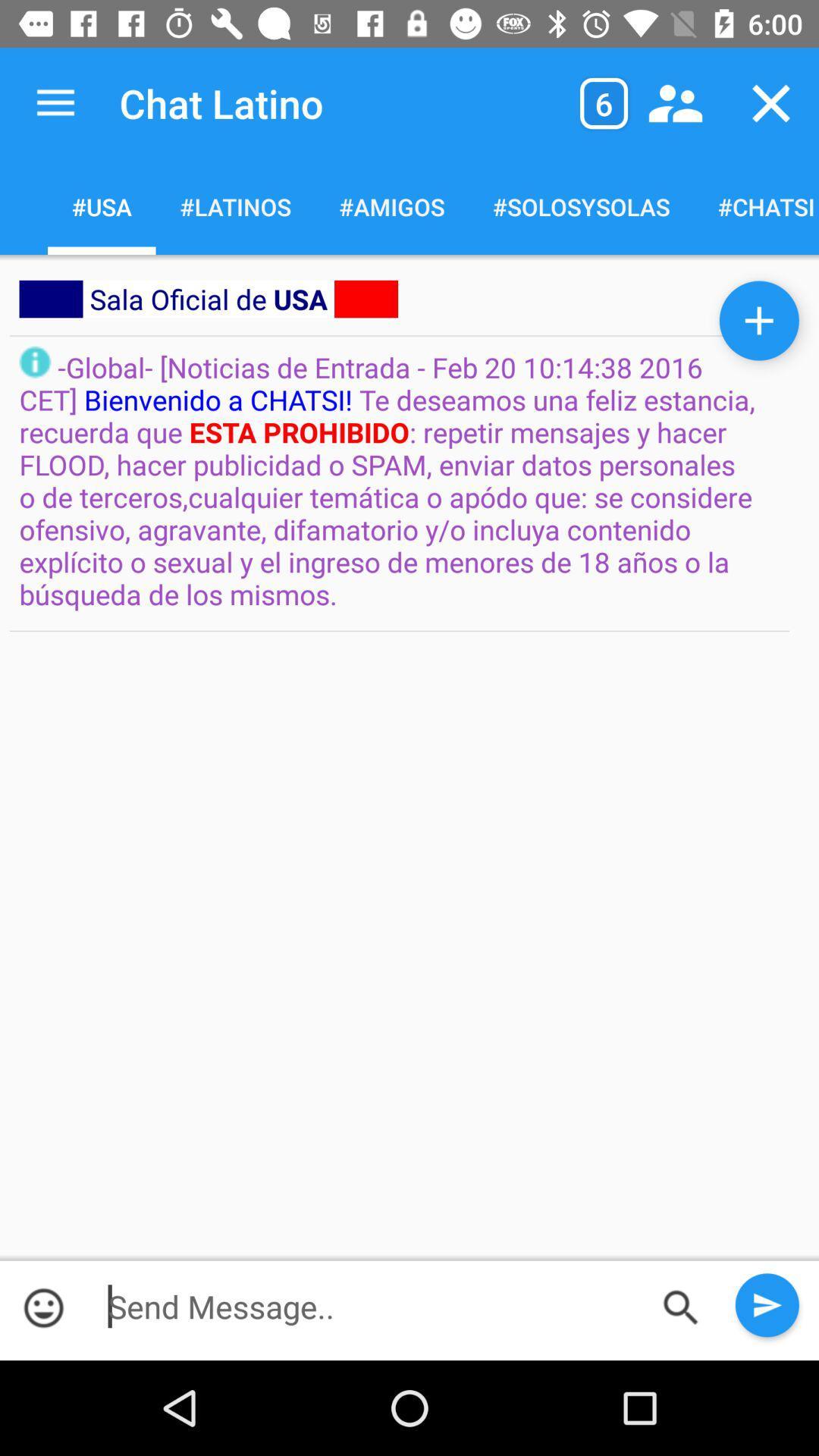  I want to click on the contacts icon beside cross mark, so click(675, 103).